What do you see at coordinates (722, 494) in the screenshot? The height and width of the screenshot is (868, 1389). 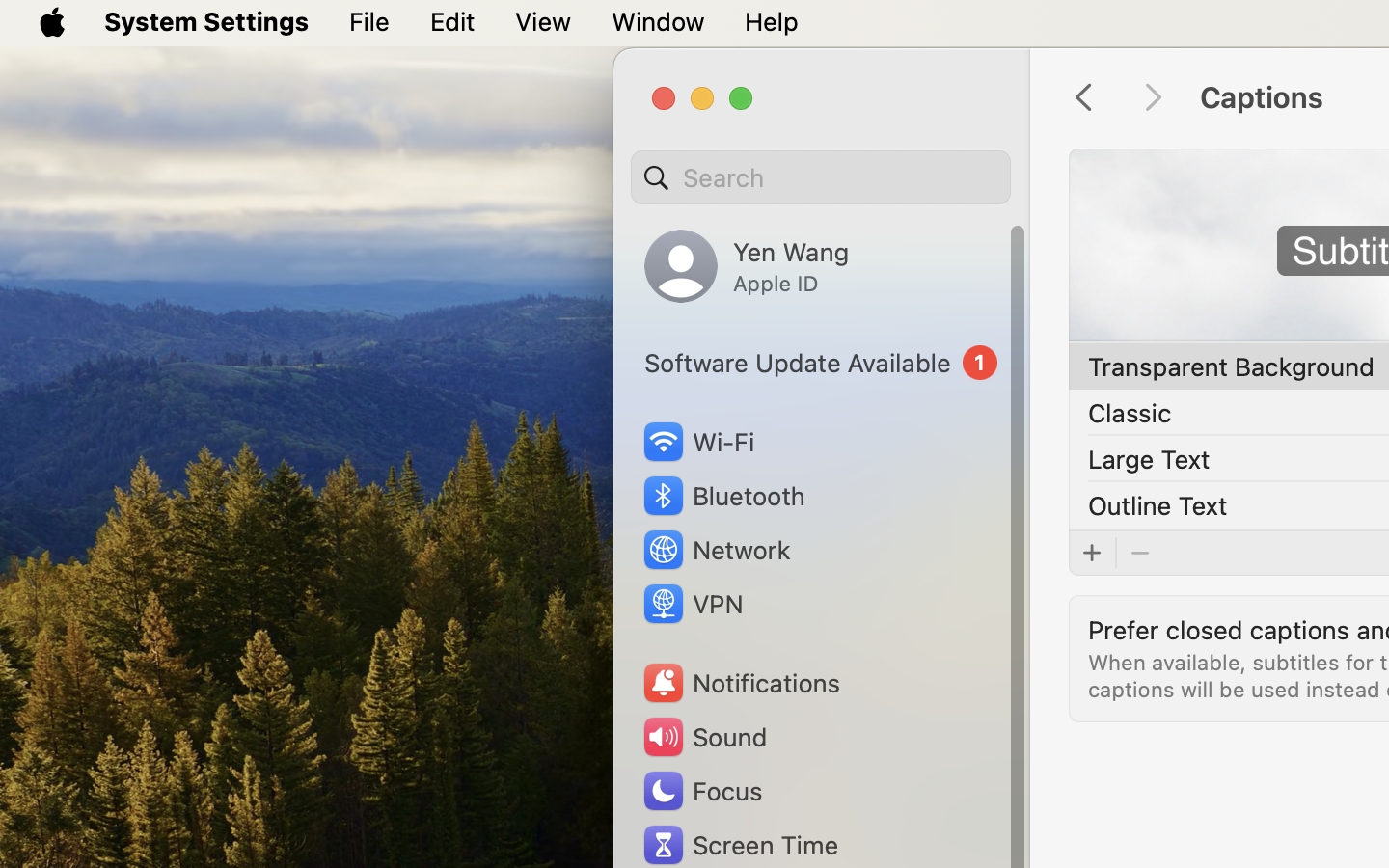 I see `'Bluetooth'` at bounding box center [722, 494].